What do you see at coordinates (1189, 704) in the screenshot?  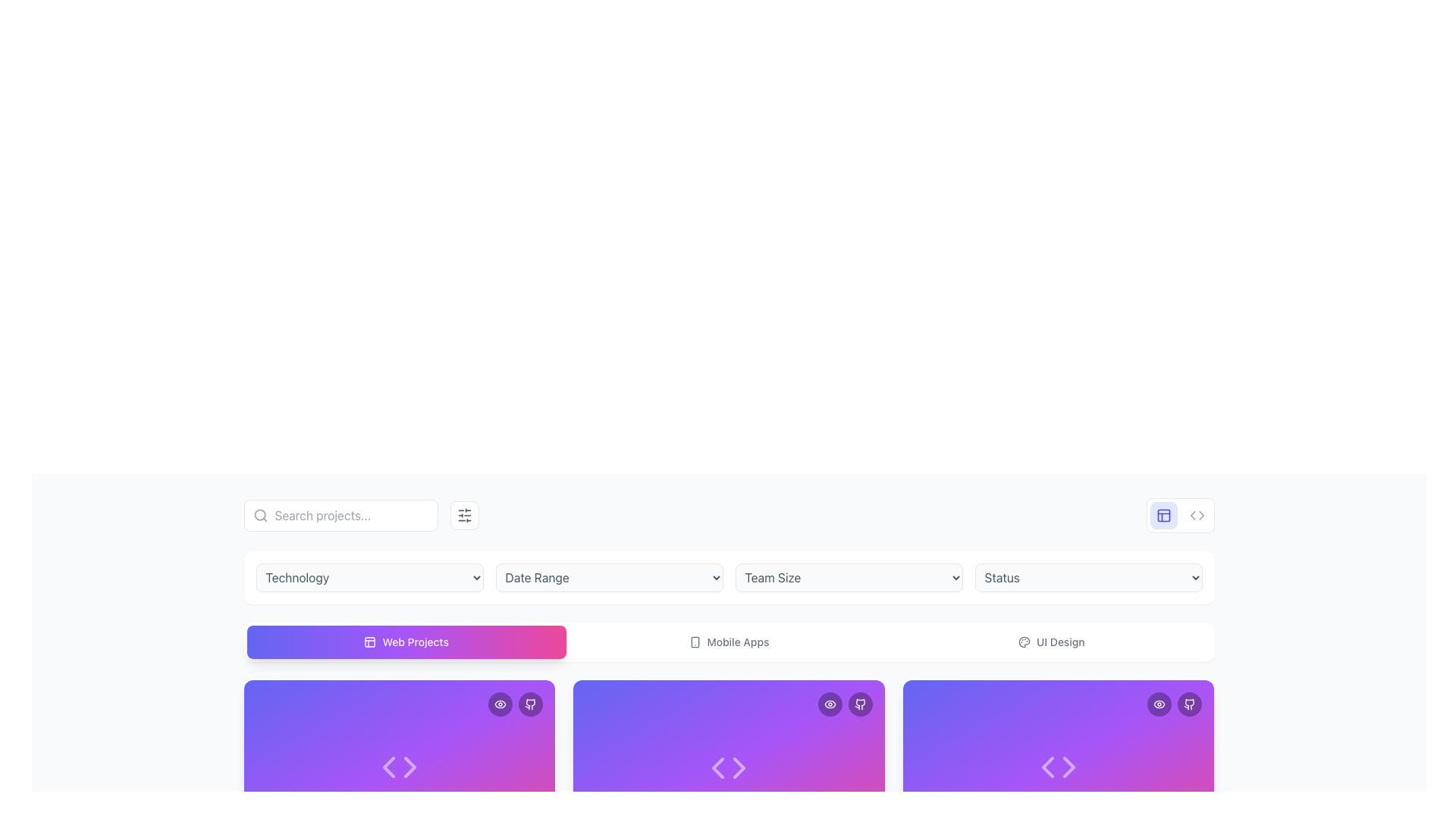 I see `the GitHub SVG icon located at the top-right corner of the interface, which is contained within a circular button with a partially transparent dark background` at bounding box center [1189, 704].